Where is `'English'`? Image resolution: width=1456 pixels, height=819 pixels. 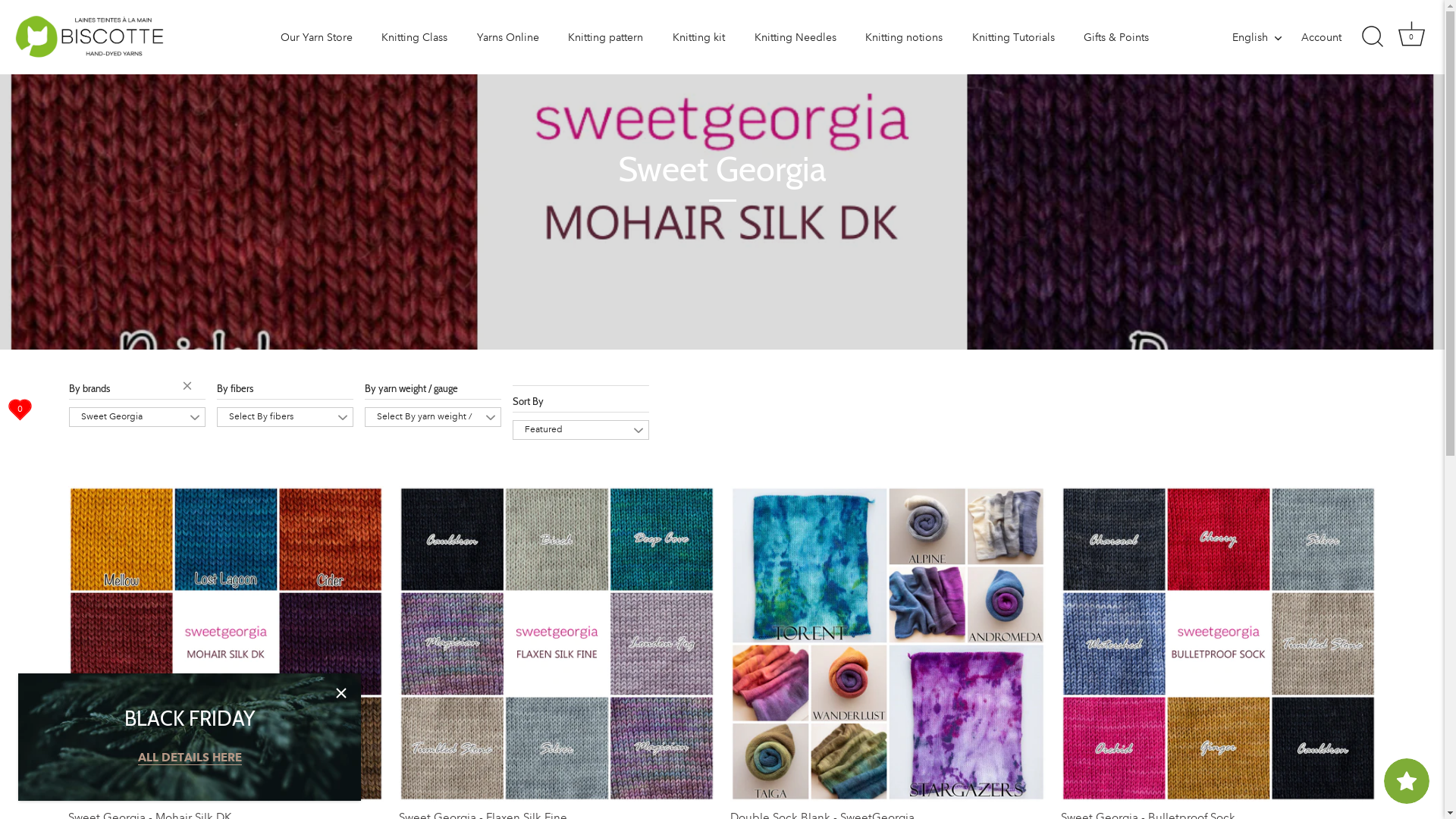
'English' is located at coordinates (1232, 36).